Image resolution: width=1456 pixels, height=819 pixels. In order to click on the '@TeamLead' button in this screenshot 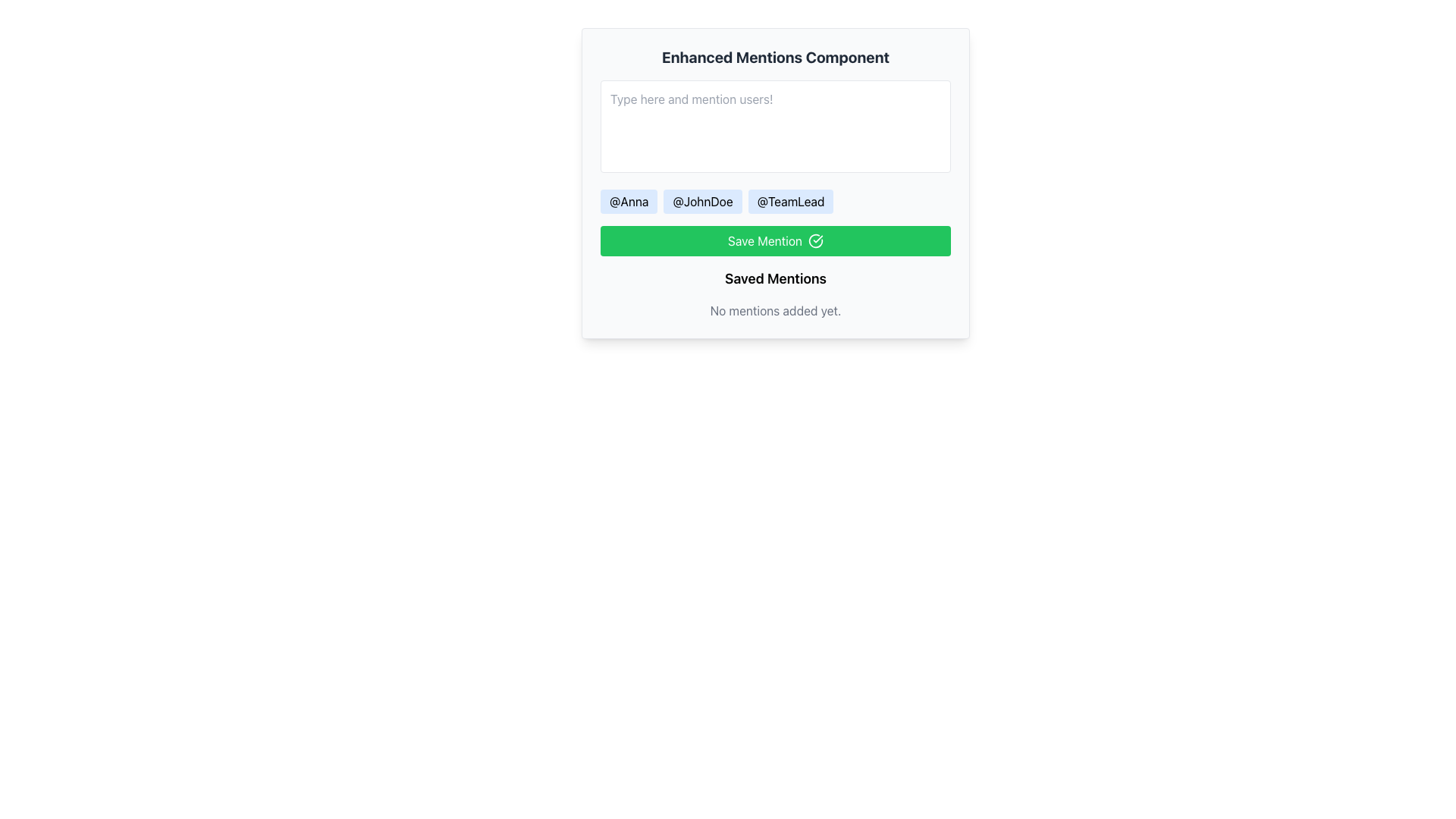, I will do `click(790, 201)`.